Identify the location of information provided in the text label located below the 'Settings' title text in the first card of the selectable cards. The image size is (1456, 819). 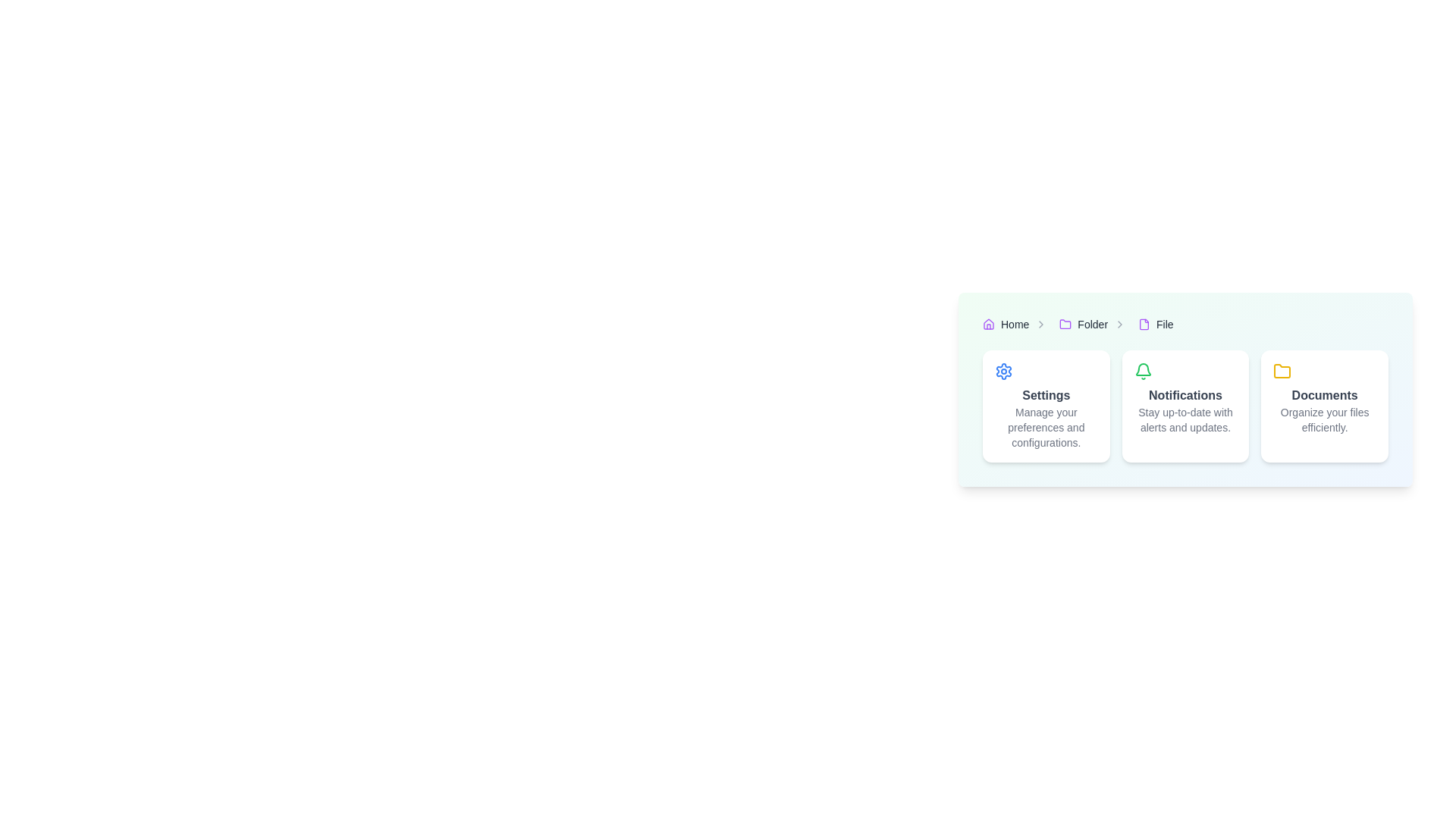
(1045, 427).